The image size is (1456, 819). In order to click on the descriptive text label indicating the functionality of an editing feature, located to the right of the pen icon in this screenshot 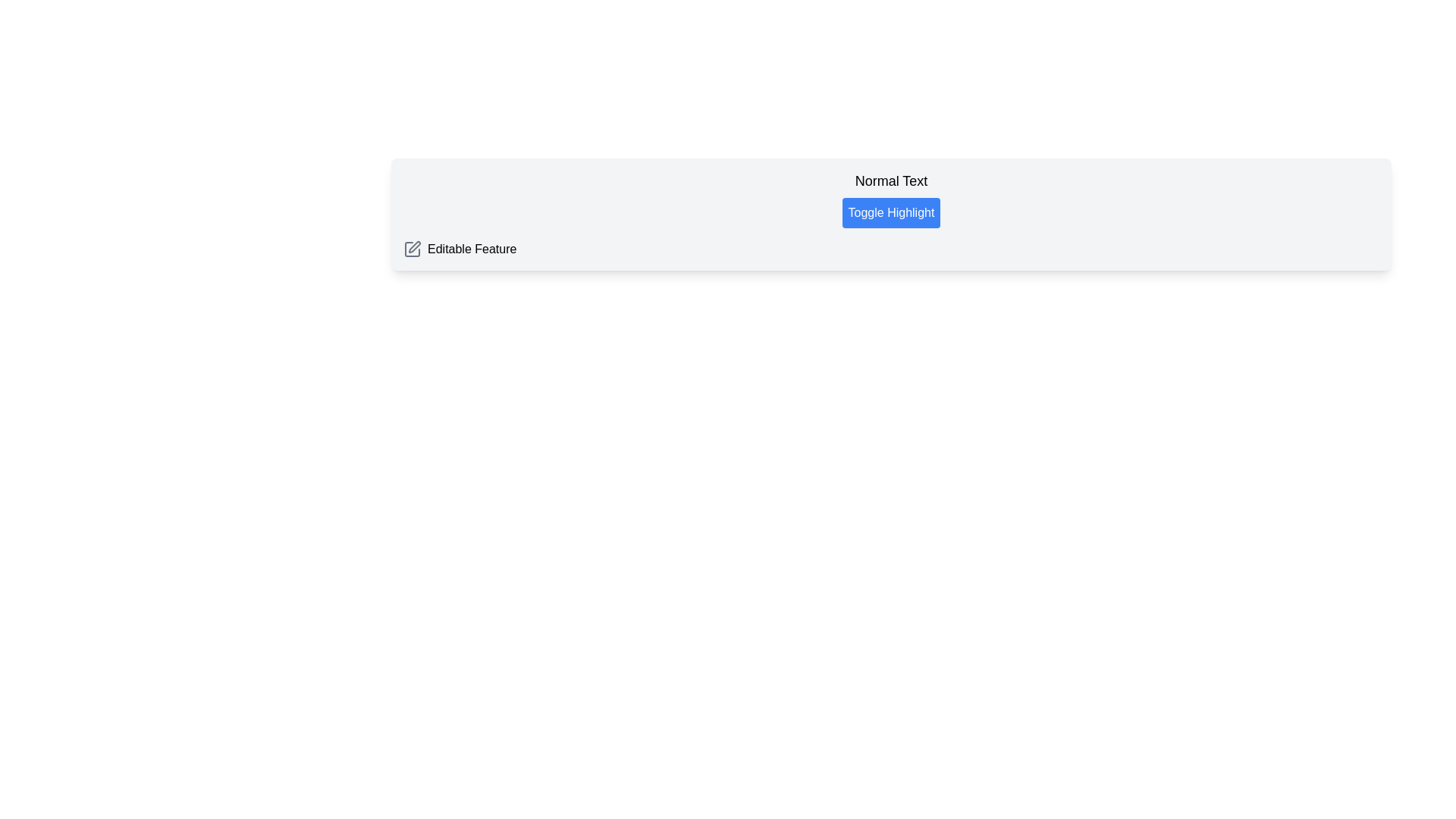, I will do `click(471, 248)`.